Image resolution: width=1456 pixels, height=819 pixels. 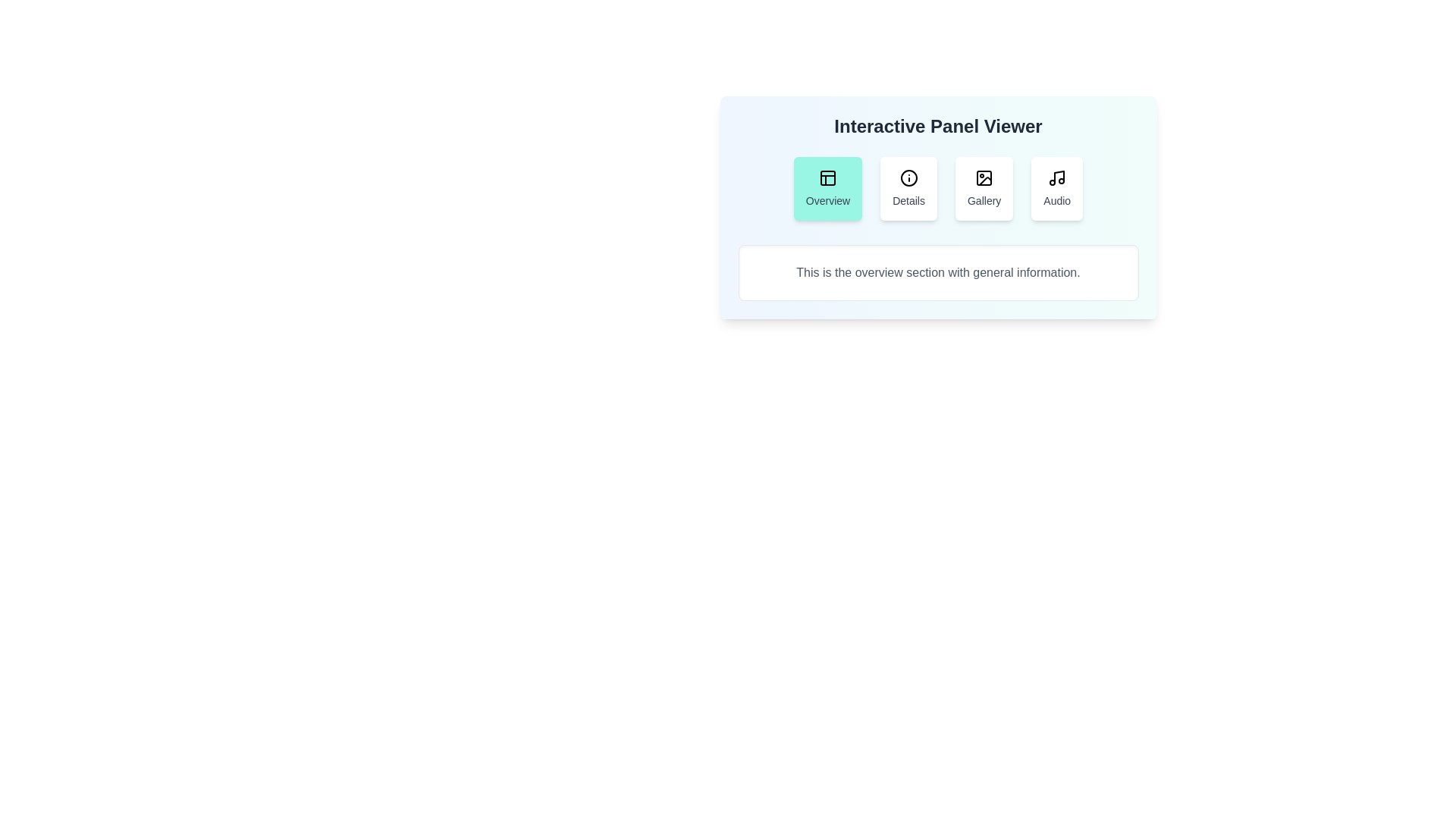 What do you see at coordinates (1056, 188) in the screenshot?
I see `the button labeled 'Audio' which has a black music note icon above it` at bounding box center [1056, 188].